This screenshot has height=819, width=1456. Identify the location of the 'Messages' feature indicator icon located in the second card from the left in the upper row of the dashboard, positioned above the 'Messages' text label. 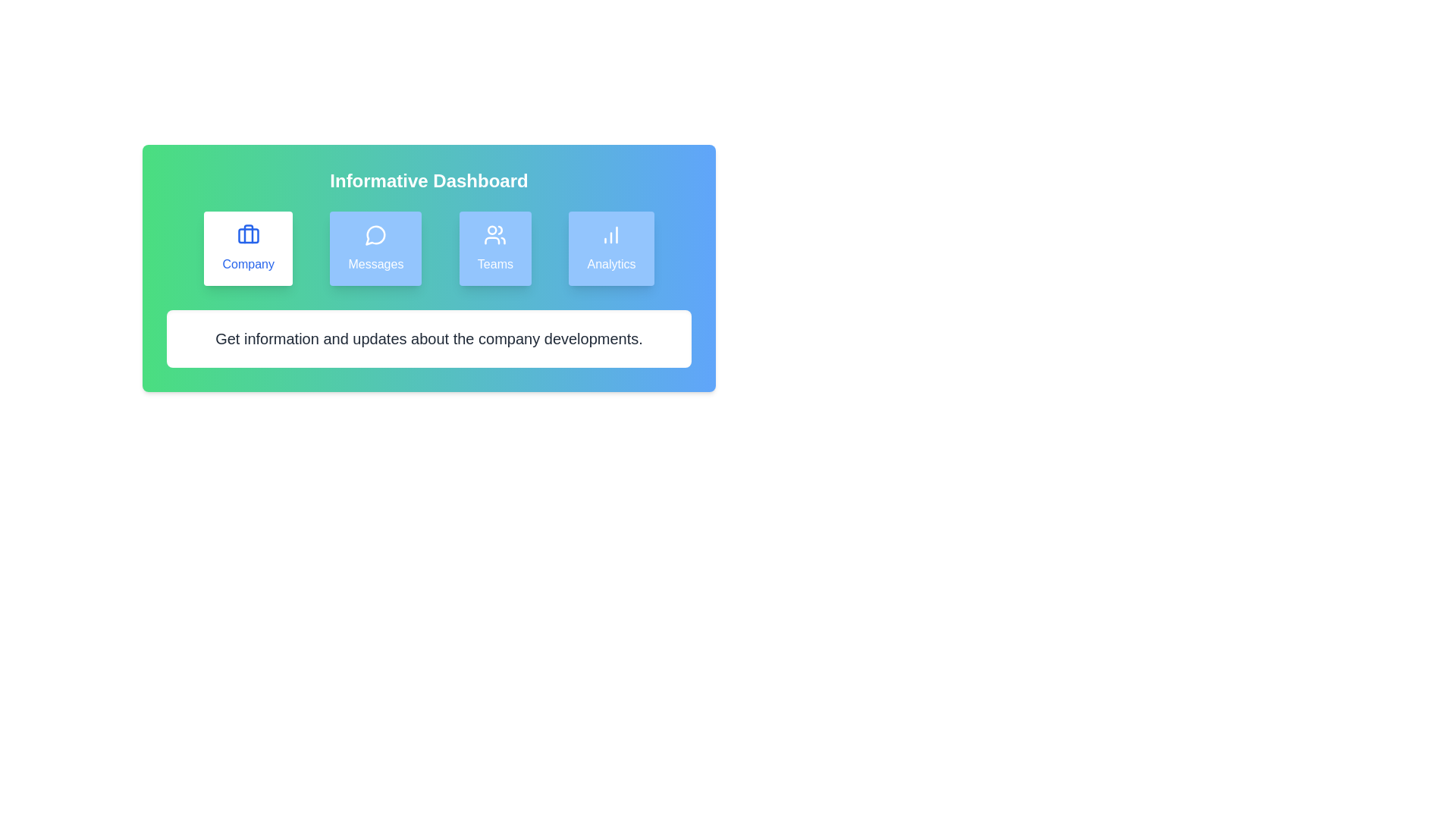
(375, 234).